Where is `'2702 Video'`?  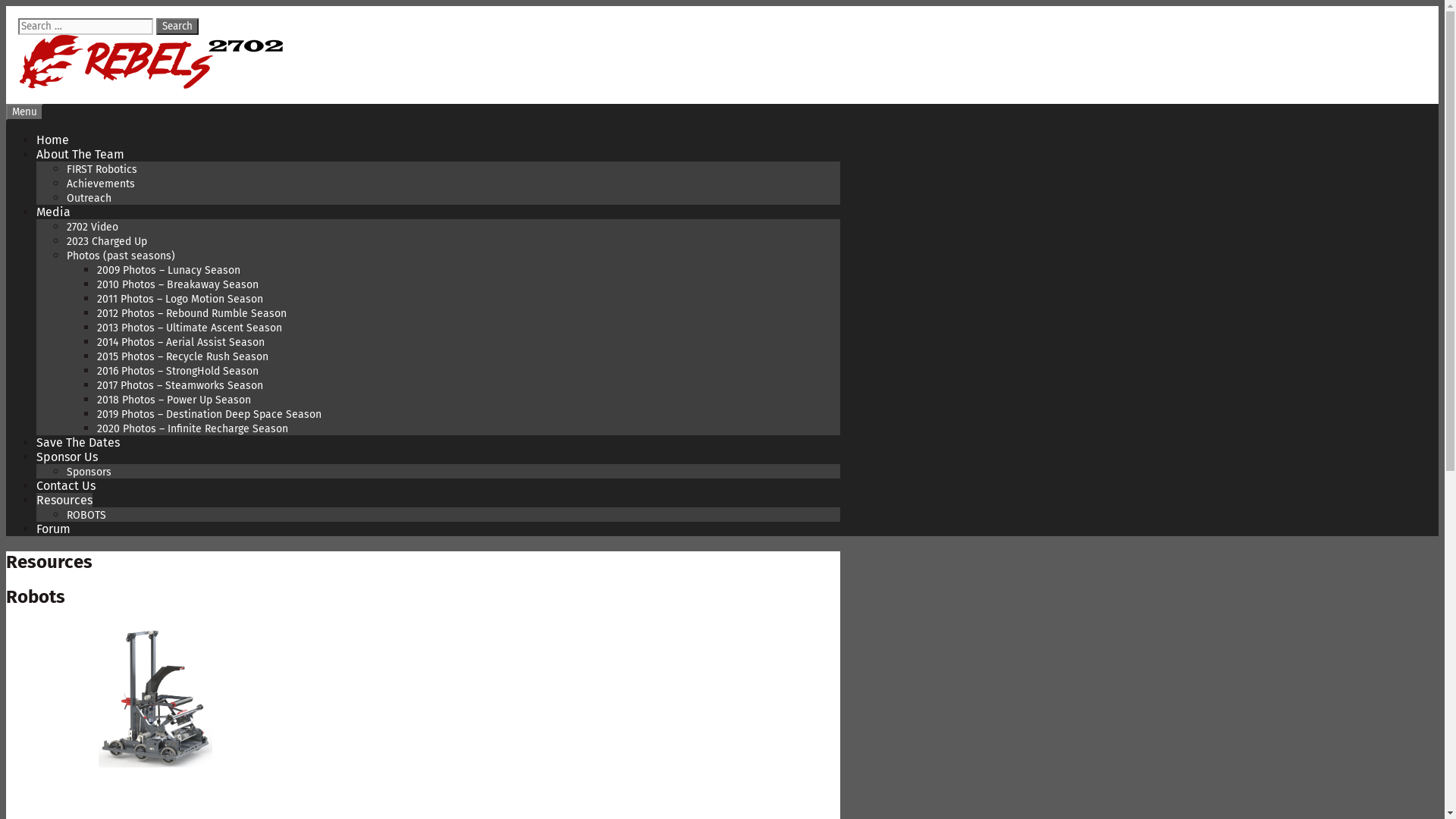
'2702 Video' is located at coordinates (91, 227).